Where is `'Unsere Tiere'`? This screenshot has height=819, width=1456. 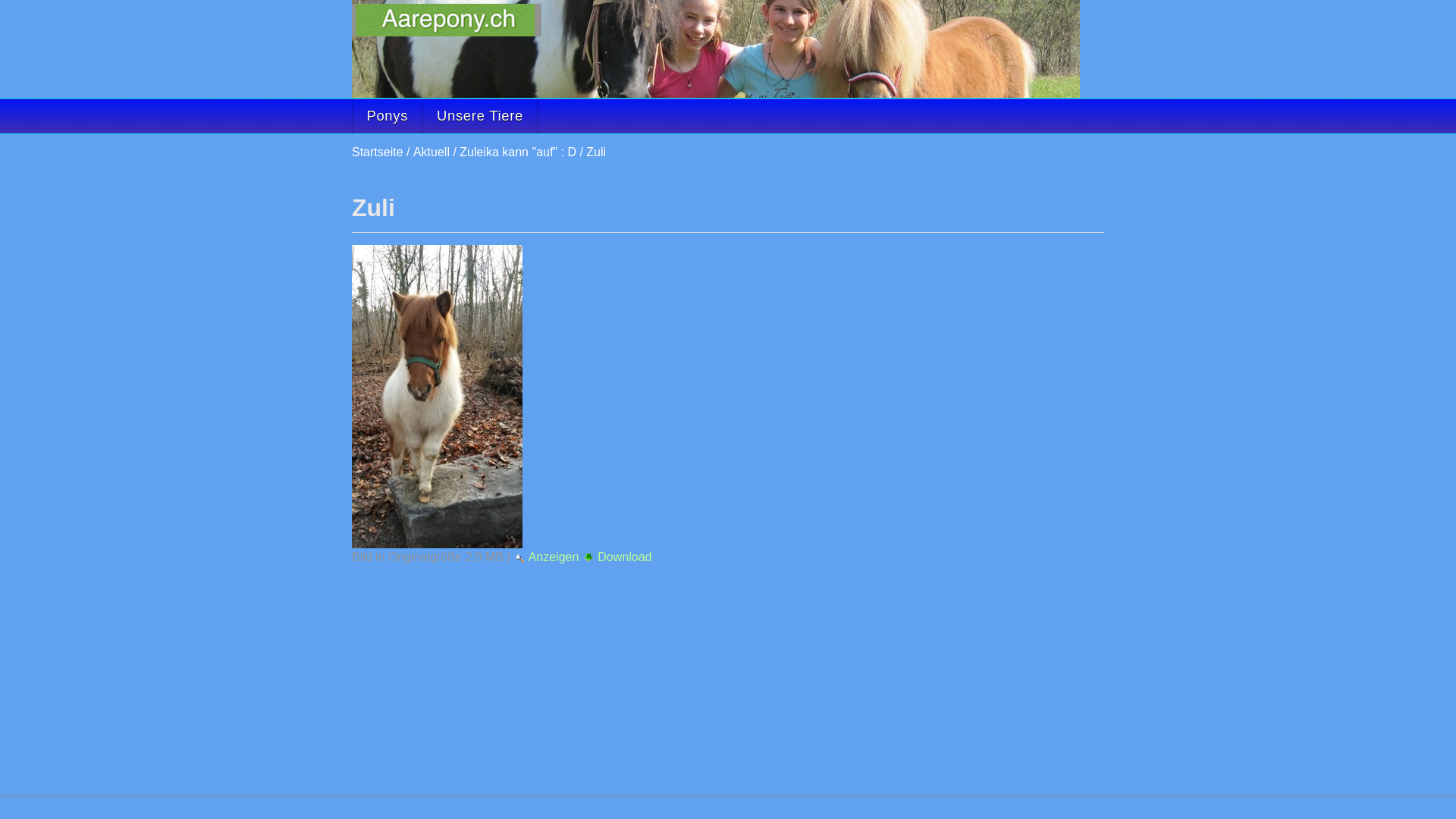
'Unsere Tiere' is located at coordinates (422, 115).